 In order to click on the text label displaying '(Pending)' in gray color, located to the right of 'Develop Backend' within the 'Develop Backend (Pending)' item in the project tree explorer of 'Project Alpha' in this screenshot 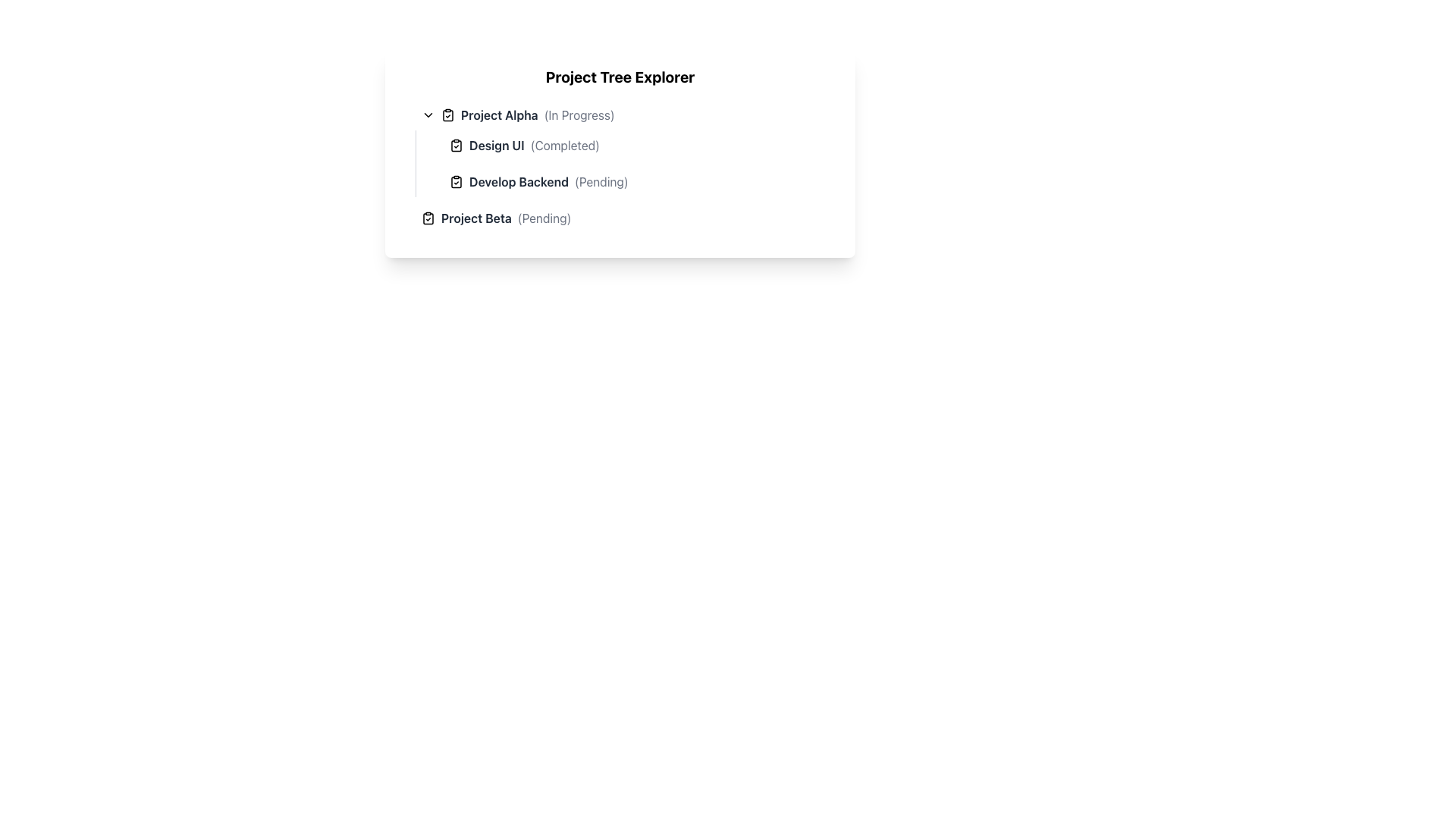, I will do `click(601, 180)`.